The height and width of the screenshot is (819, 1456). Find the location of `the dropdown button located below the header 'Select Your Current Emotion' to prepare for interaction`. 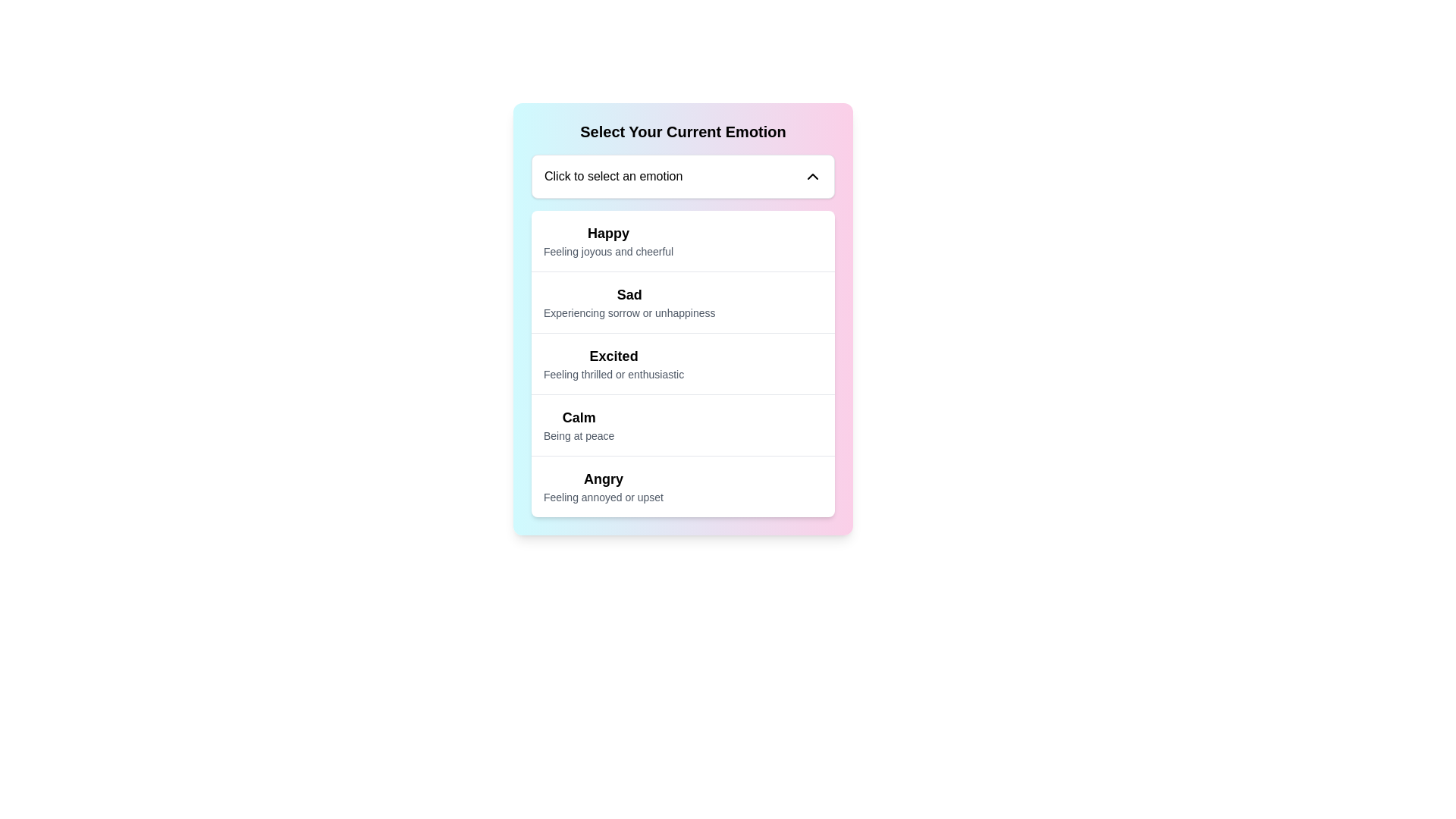

the dropdown button located below the header 'Select Your Current Emotion' to prepare for interaction is located at coordinates (682, 175).